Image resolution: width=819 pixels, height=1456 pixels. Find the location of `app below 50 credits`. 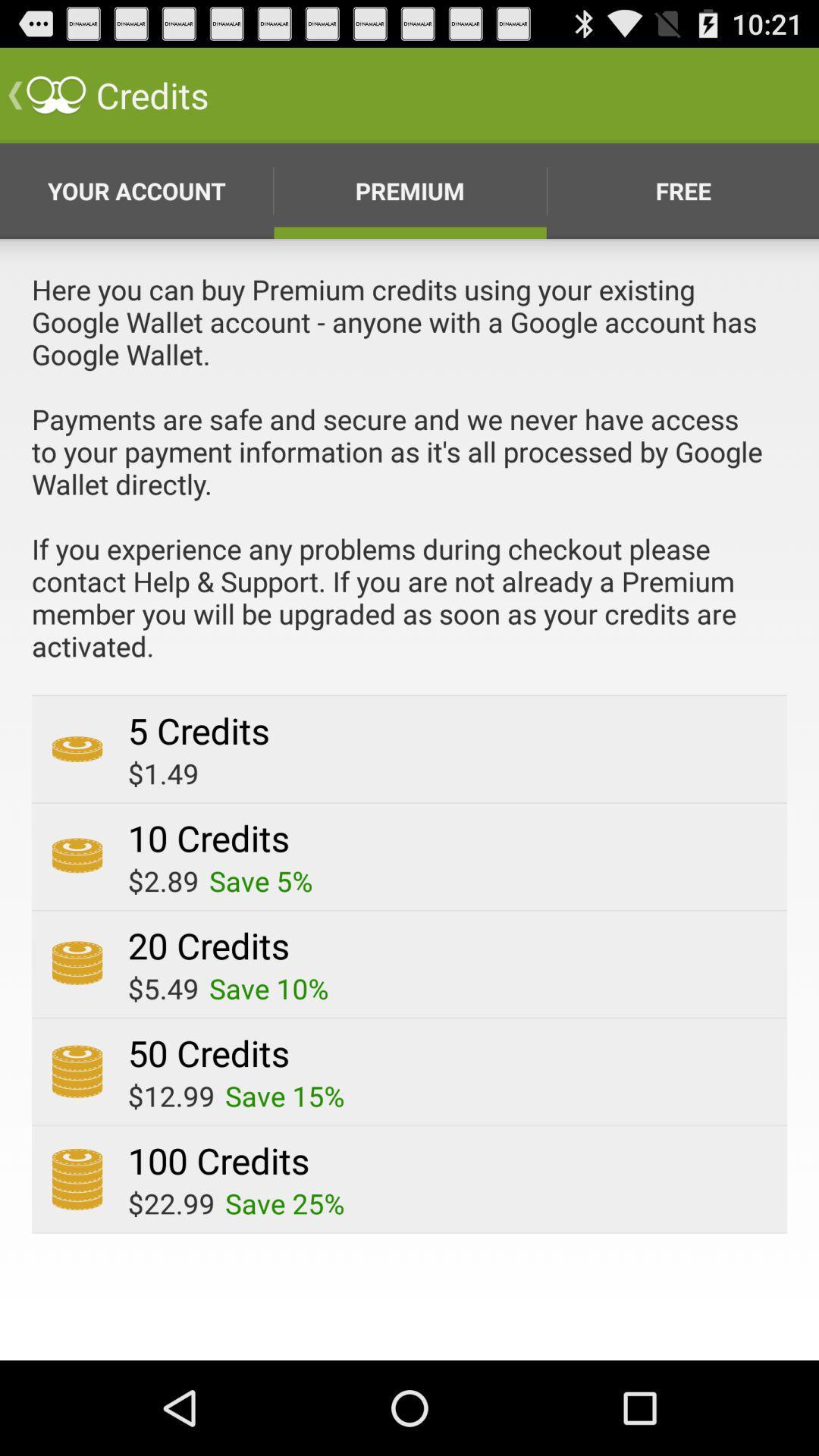

app below 50 credits is located at coordinates (284, 1096).